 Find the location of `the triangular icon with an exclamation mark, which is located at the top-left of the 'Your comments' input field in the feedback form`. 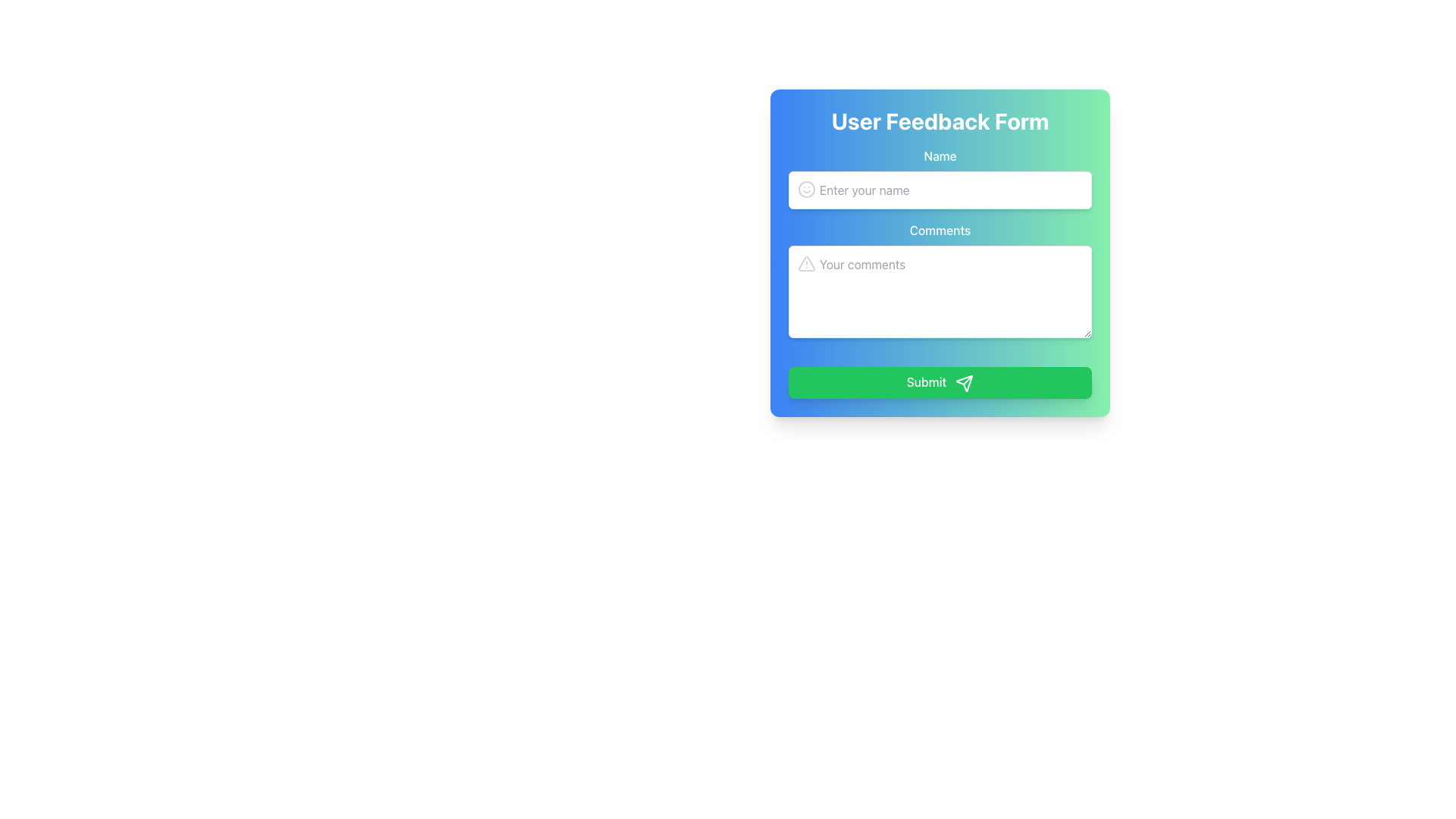

the triangular icon with an exclamation mark, which is located at the top-left of the 'Your comments' input field in the feedback form is located at coordinates (806, 262).